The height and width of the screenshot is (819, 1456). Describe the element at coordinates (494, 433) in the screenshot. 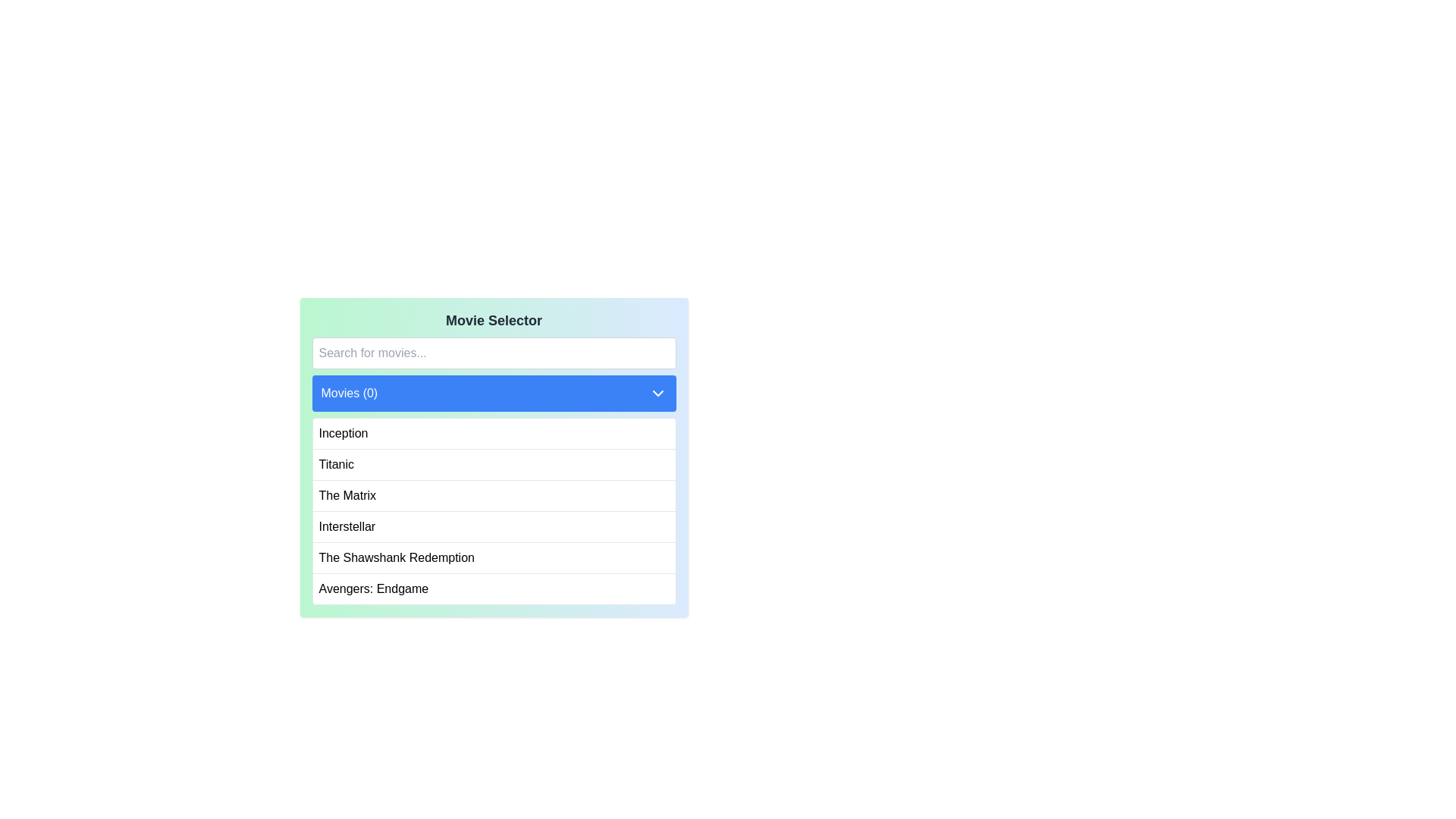

I see `the first movie title in the dropdown menu labeled 'Movie Selector'` at that location.